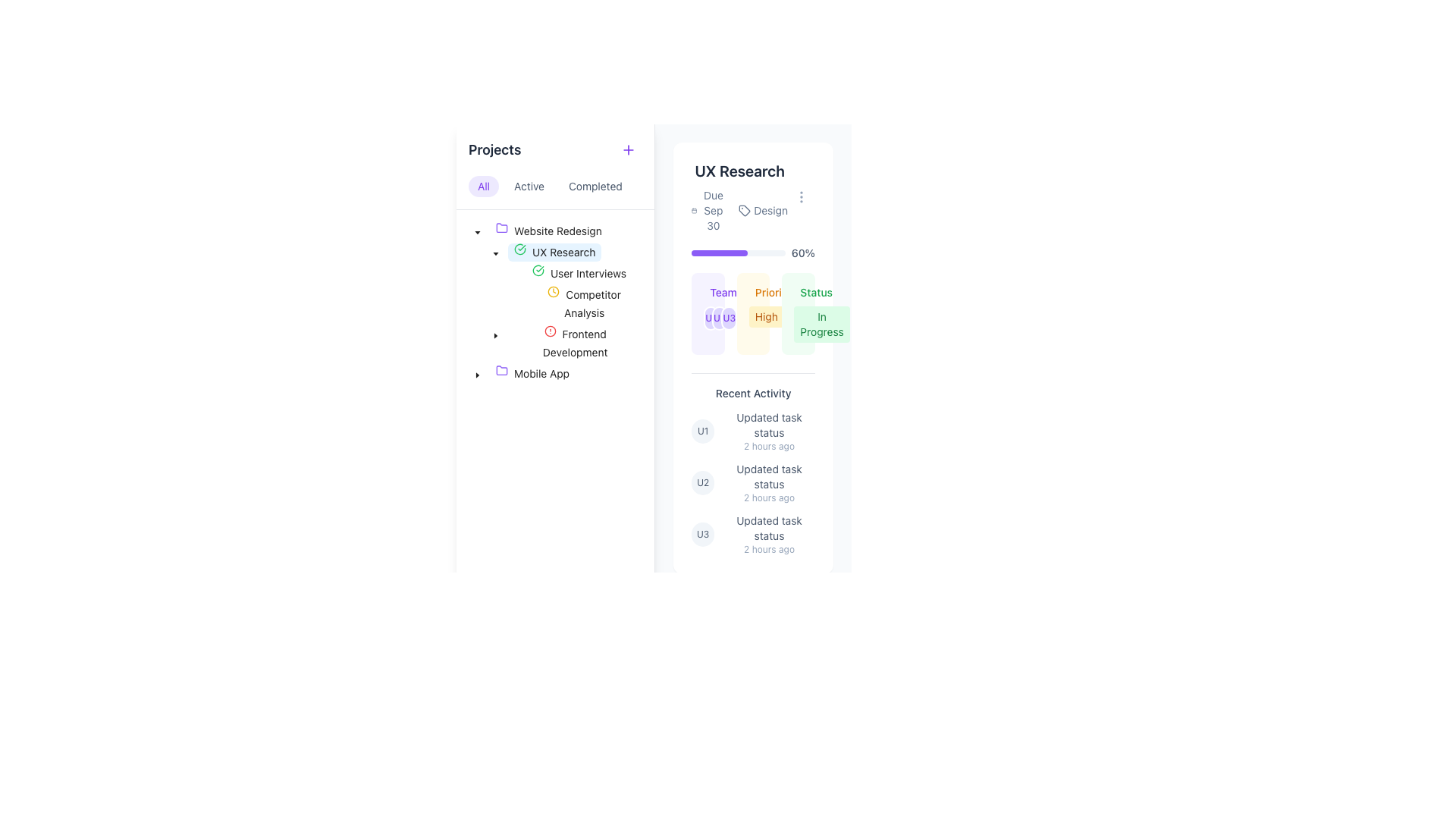 This screenshot has width=1456, height=819. I want to click on the 'Frontend Development' tree node in the hierarchical list, so click(574, 343).